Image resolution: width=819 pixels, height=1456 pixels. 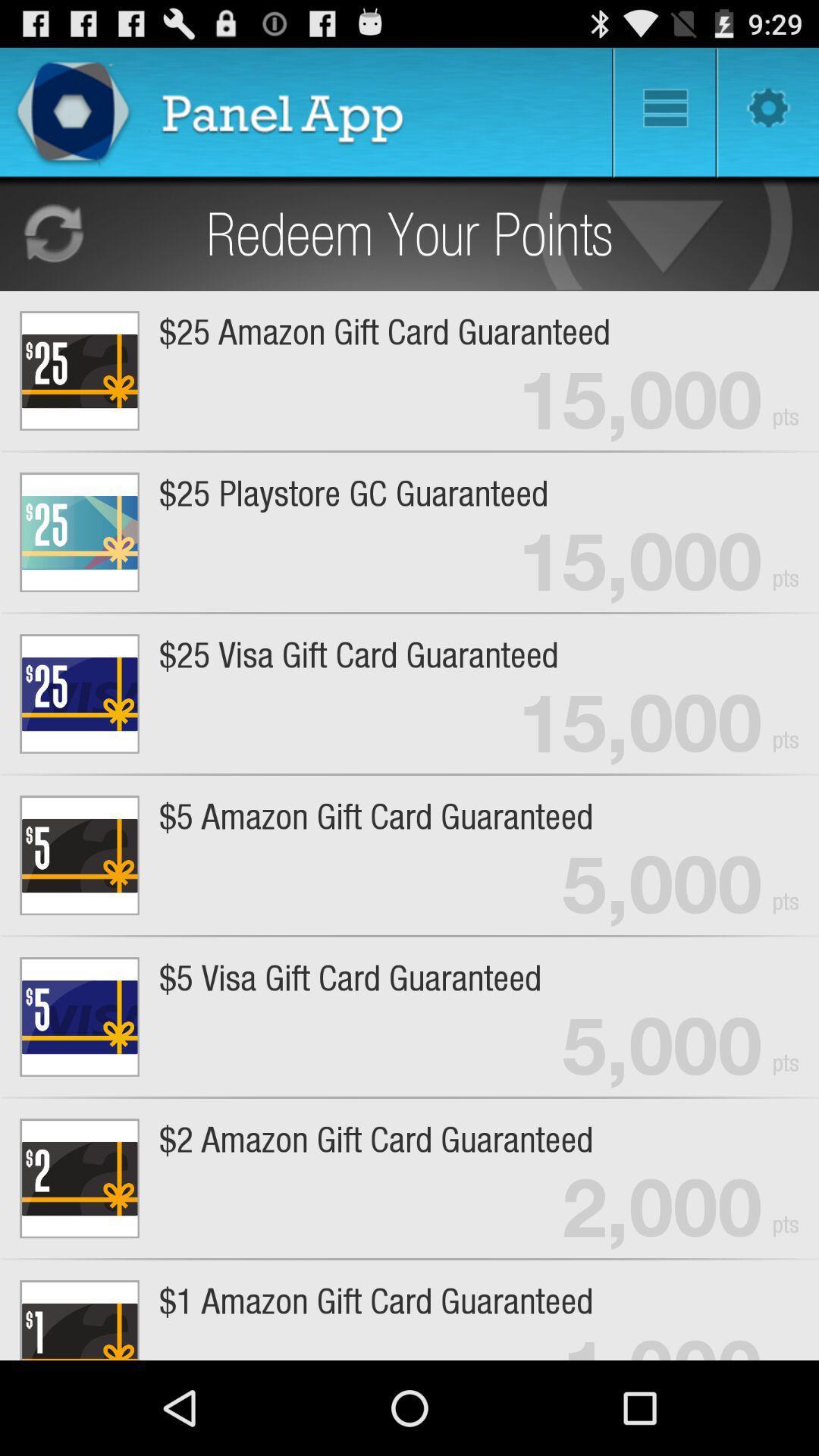 What do you see at coordinates (55, 249) in the screenshot?
I see `the refresh icon` at bounding box center [55, 249].